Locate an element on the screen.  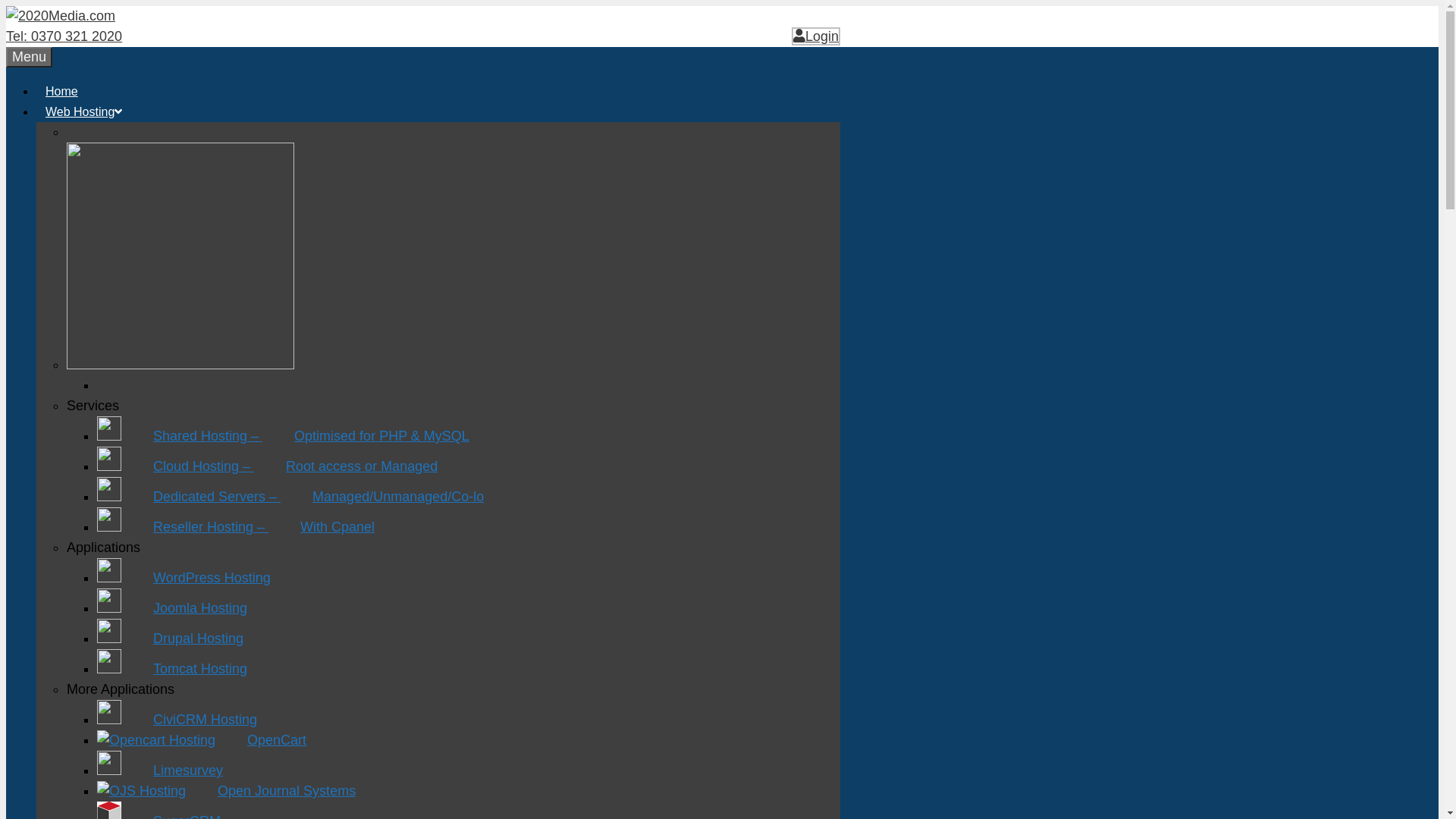
'2020Media.com' is located at coordinates (61, 16).